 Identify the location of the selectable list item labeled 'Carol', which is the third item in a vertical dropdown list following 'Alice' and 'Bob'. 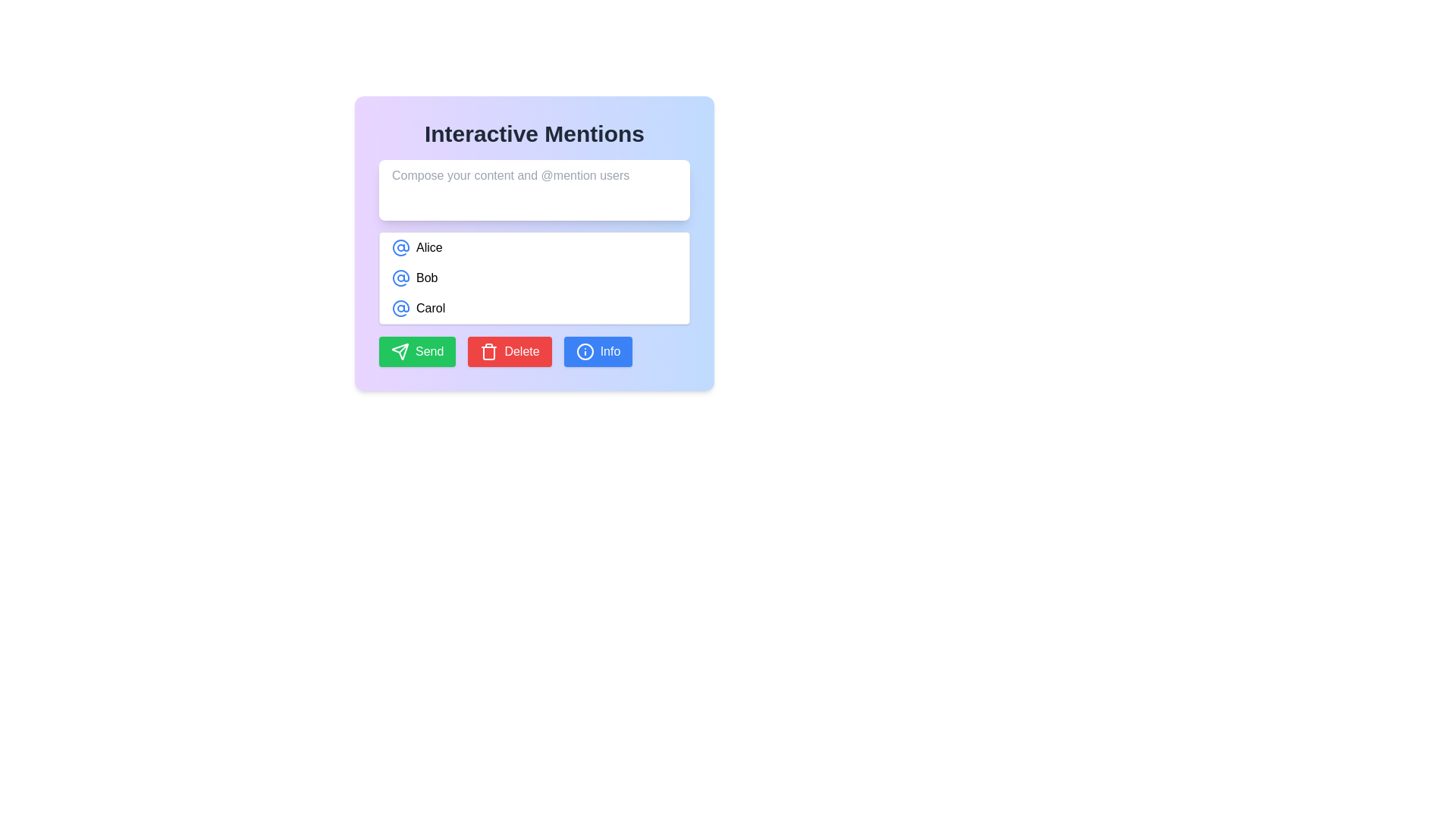
(535, 308).